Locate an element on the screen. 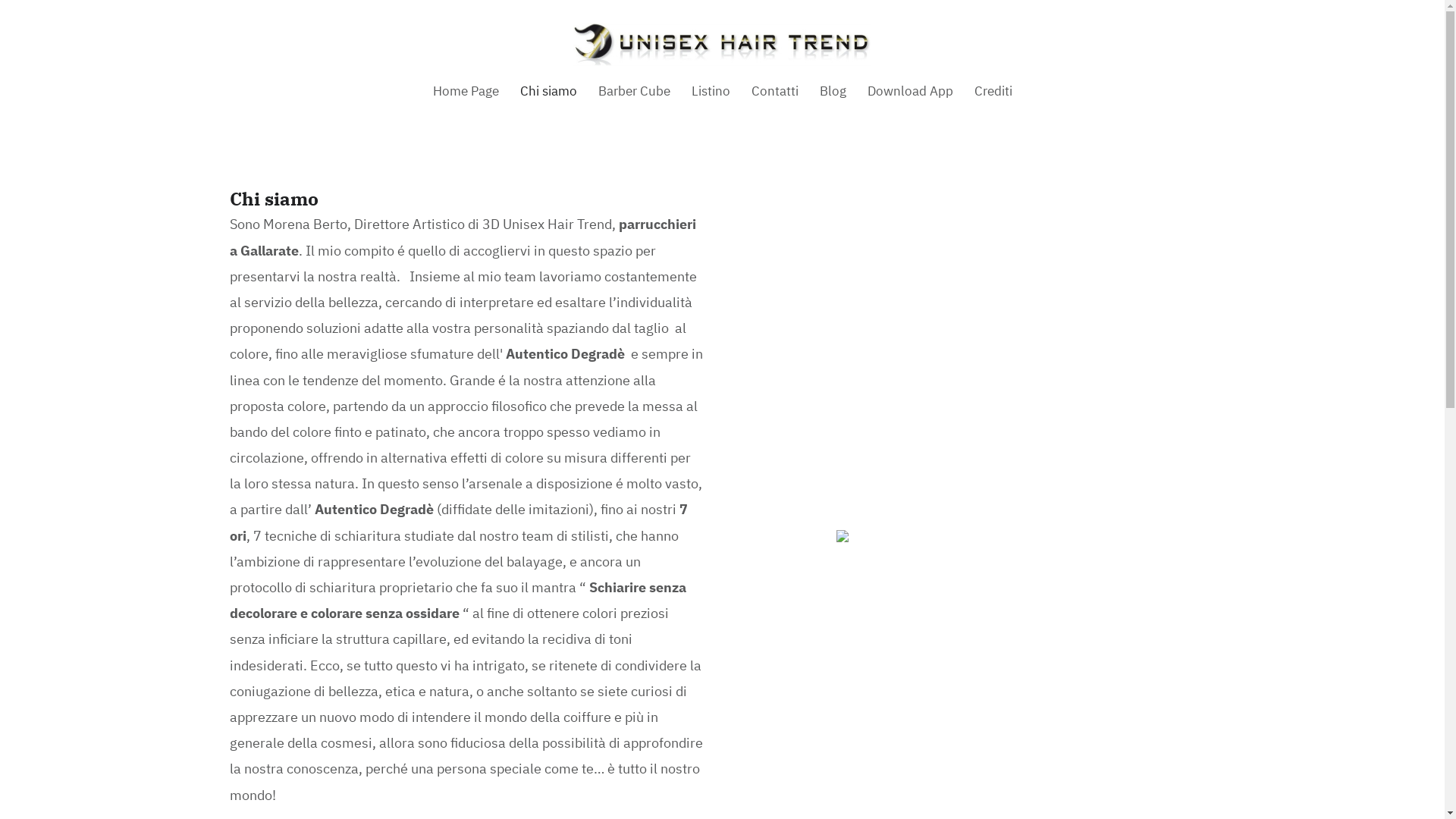 This screenshot has height=819, width=1456. 'Chi siamo' is located at coordinates (548, 91).